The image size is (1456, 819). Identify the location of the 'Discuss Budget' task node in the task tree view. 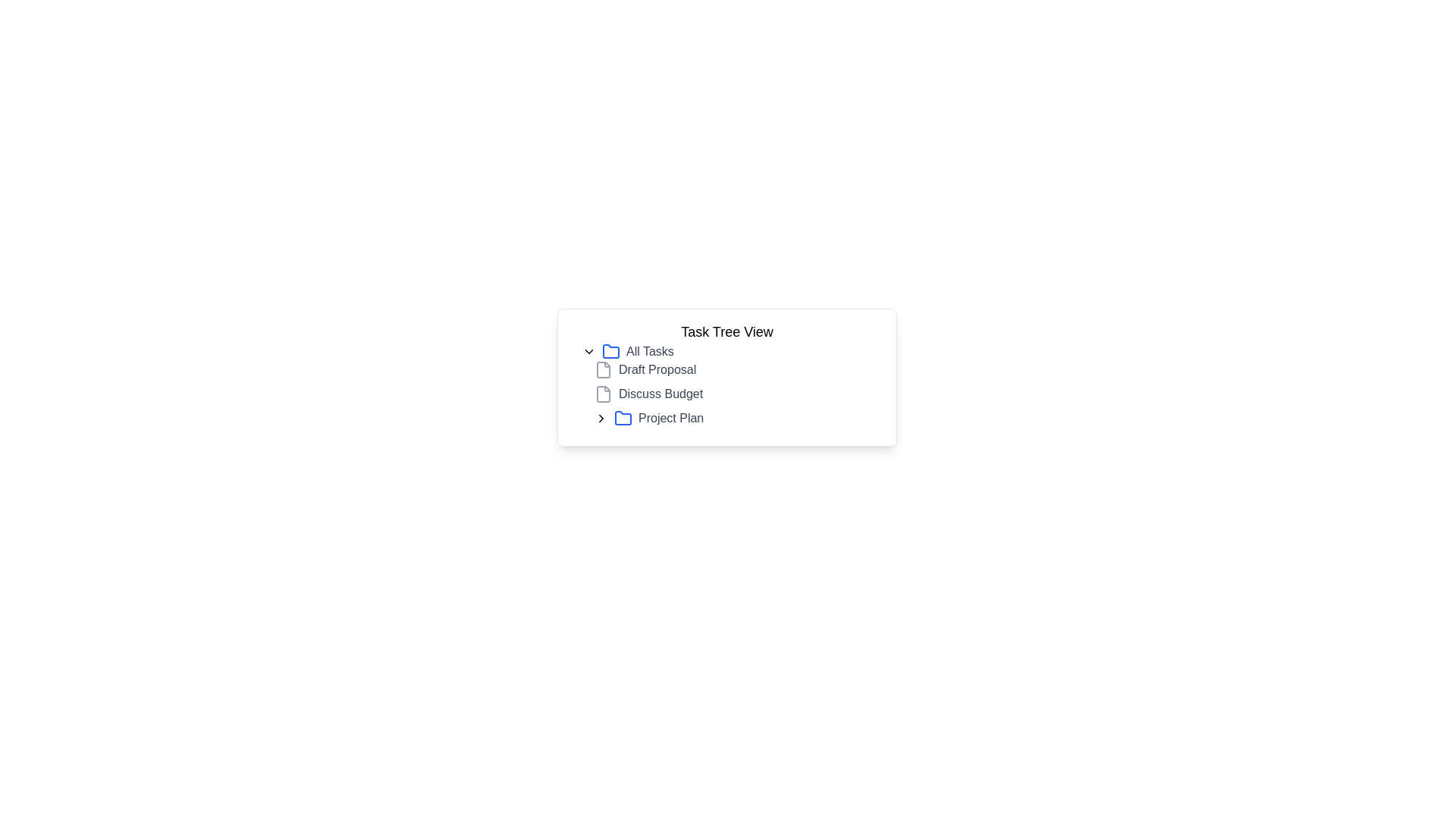
(739, 394).